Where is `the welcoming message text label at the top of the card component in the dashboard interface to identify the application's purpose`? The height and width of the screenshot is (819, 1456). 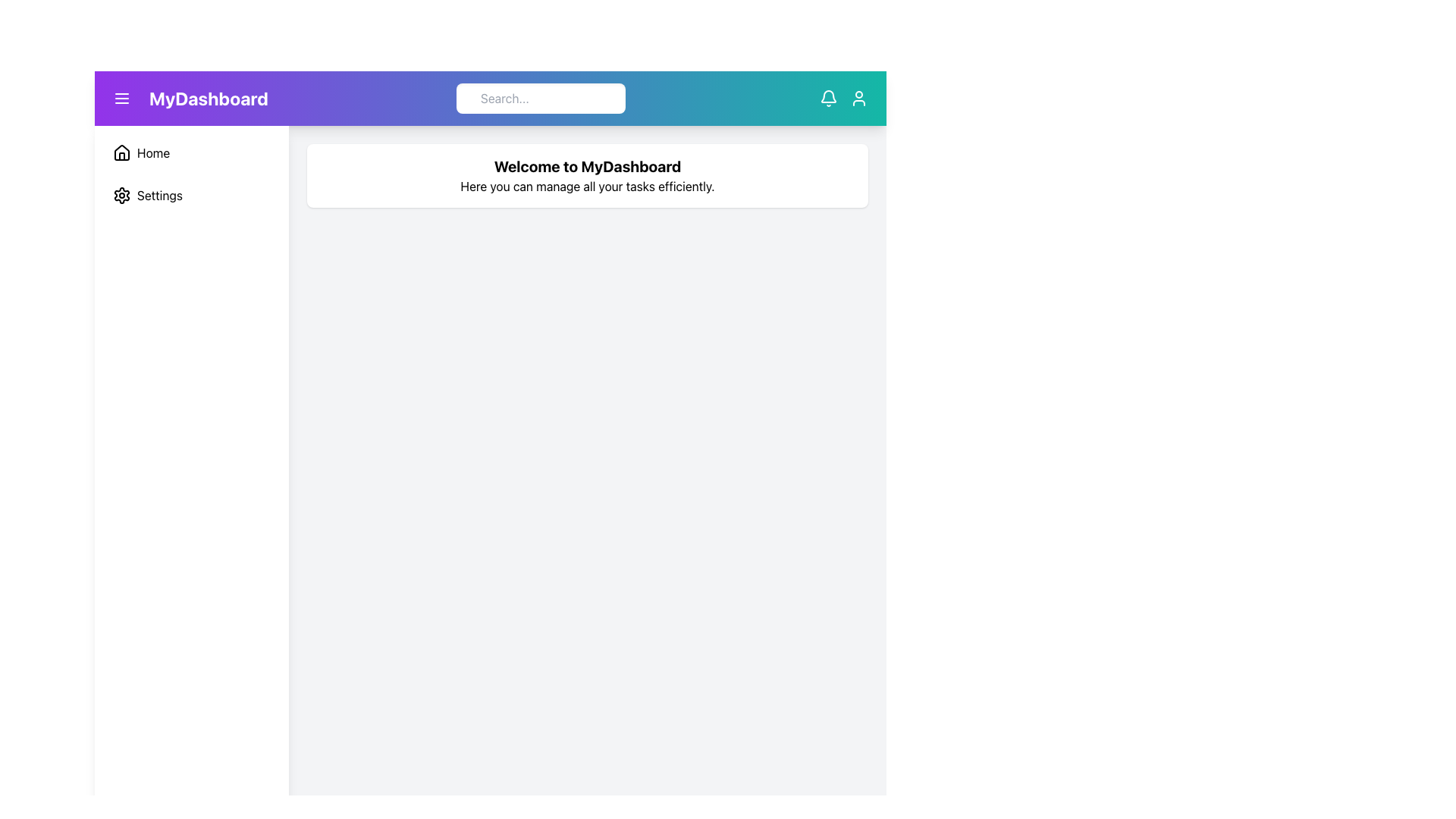 the welcoming message text label at the top of the card component in the dashboard interface to identify the application's purpose is located at coordinates (586, 166).